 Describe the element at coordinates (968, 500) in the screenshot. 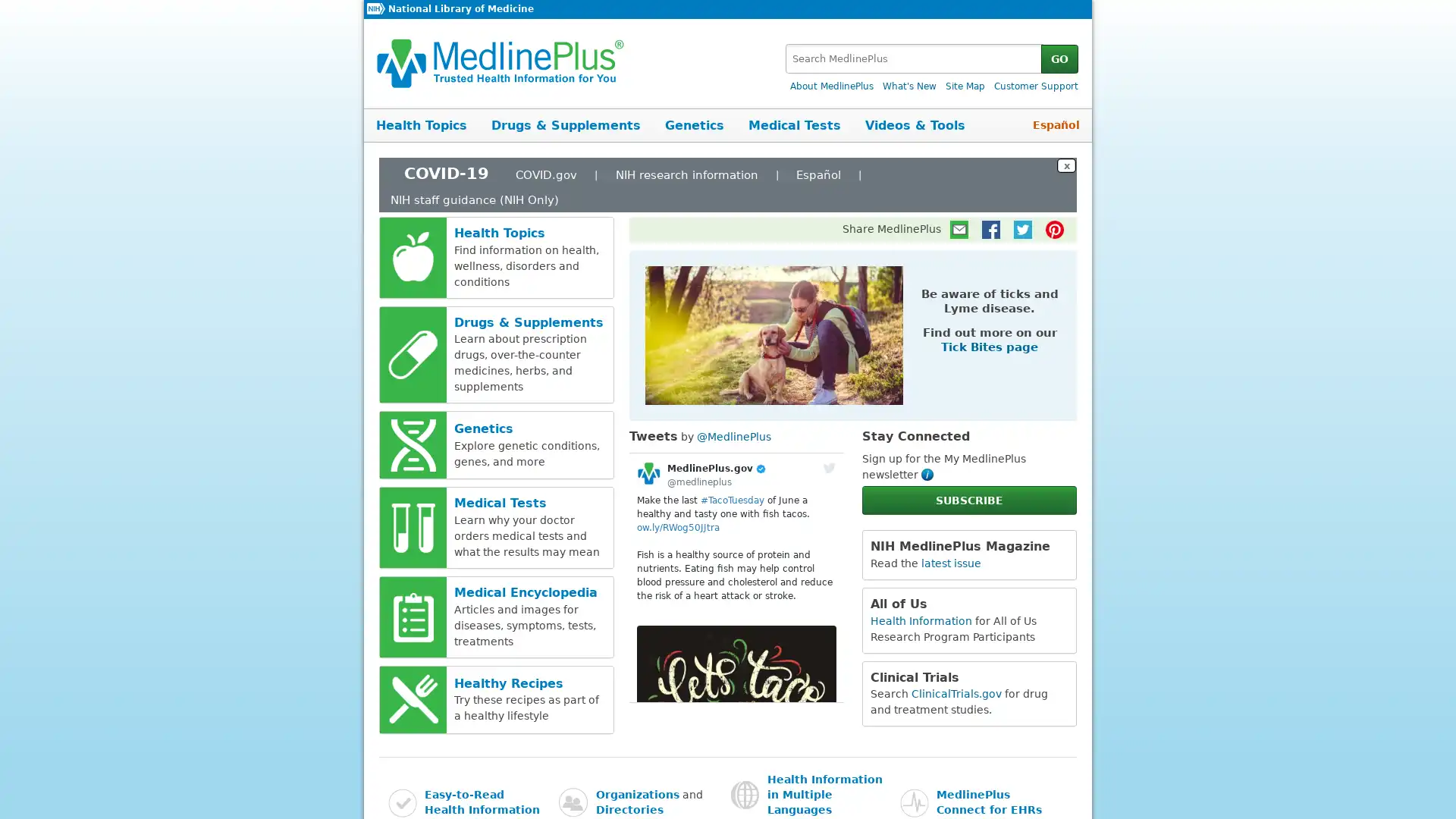

I see `SUBSCRIBE` at that location.